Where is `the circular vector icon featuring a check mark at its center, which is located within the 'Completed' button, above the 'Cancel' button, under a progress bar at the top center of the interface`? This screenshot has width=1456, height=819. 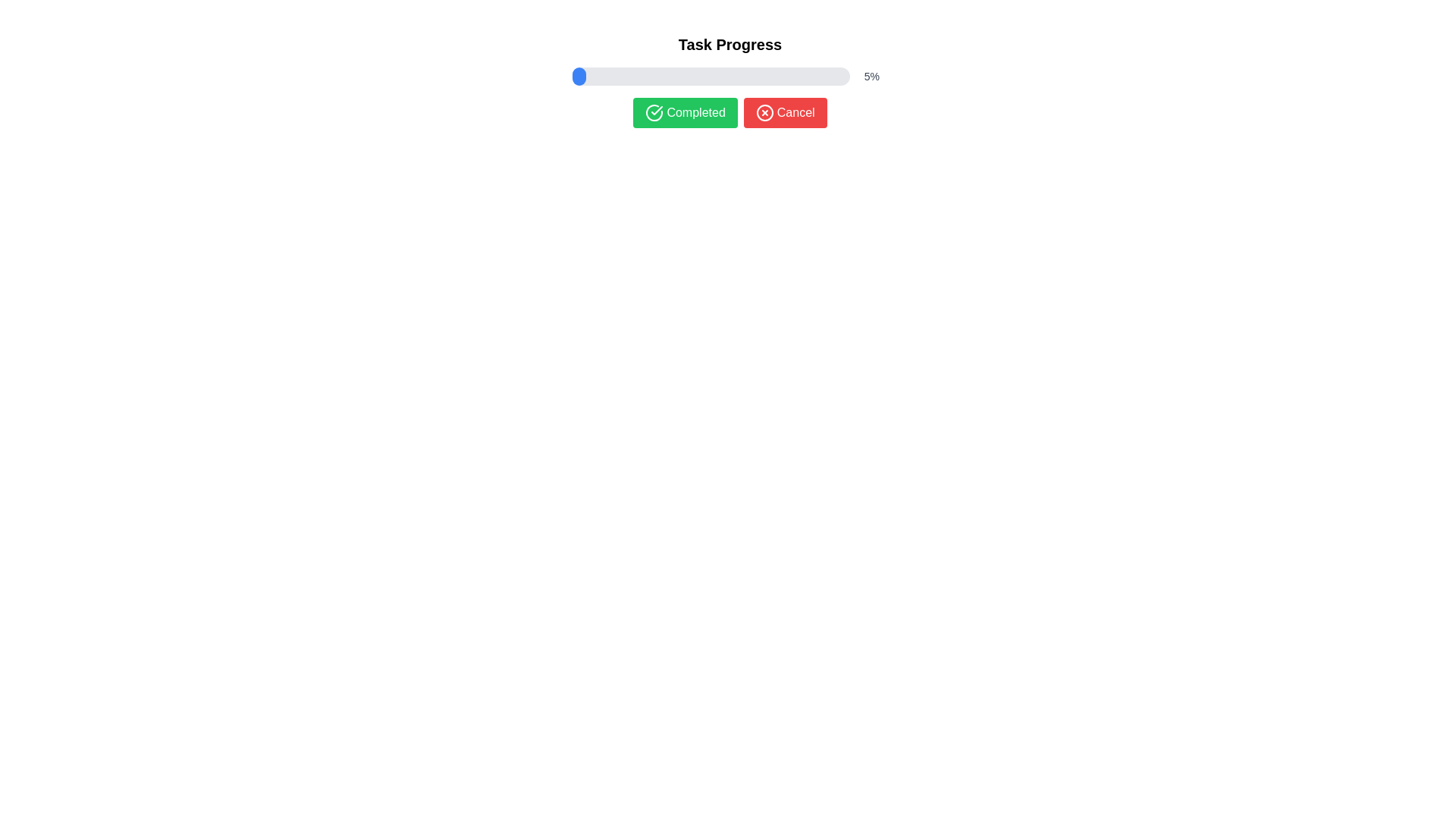
the circular vector icon featuring a check mark at its center, which is located within the 'Completed' button, above the 'Cancel' button, under a progress bar at the top center of the interface is located at coordinates (654, 112).